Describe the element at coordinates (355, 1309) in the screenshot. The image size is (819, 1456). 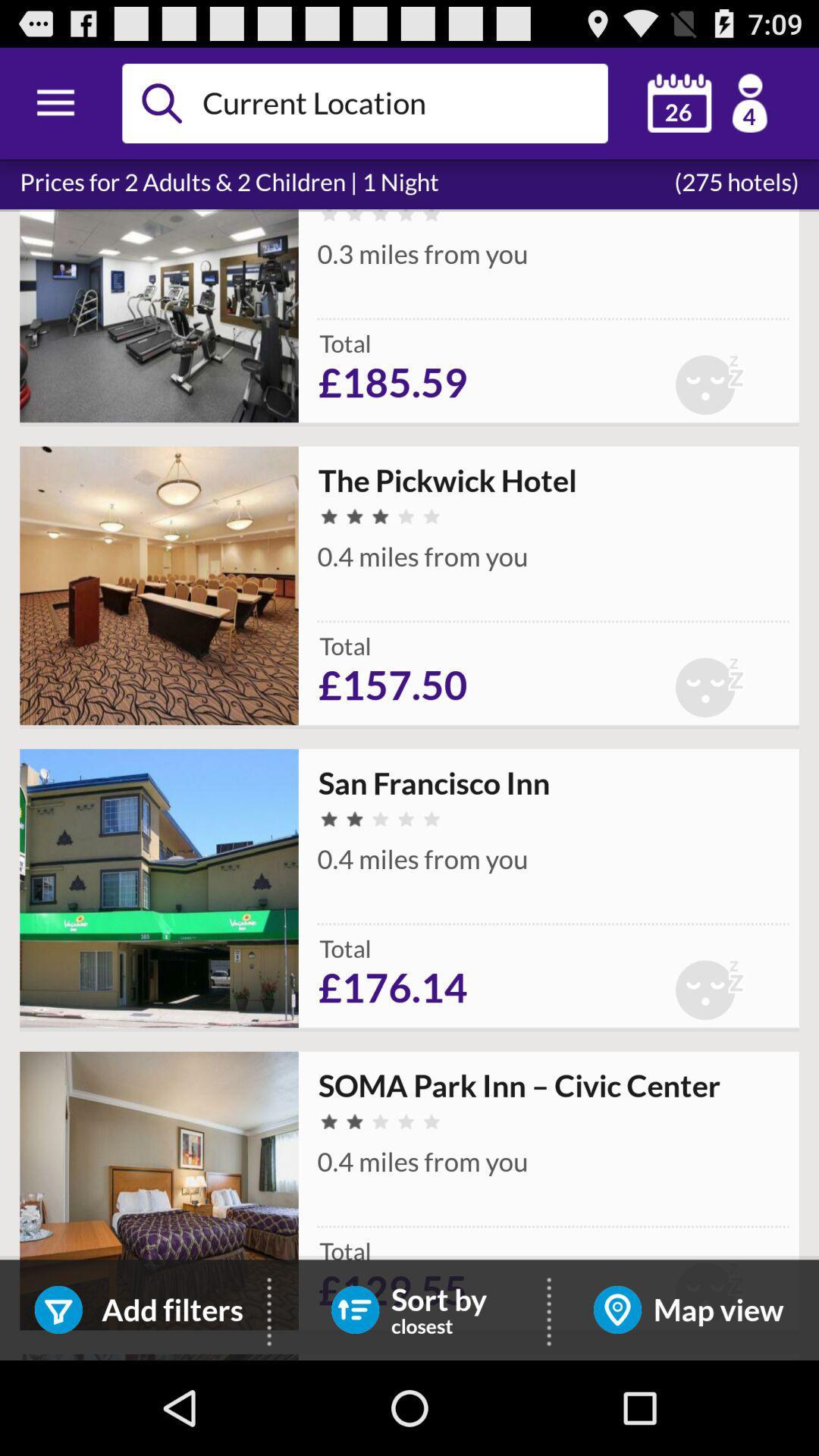
I see `sort by icon` at that location.